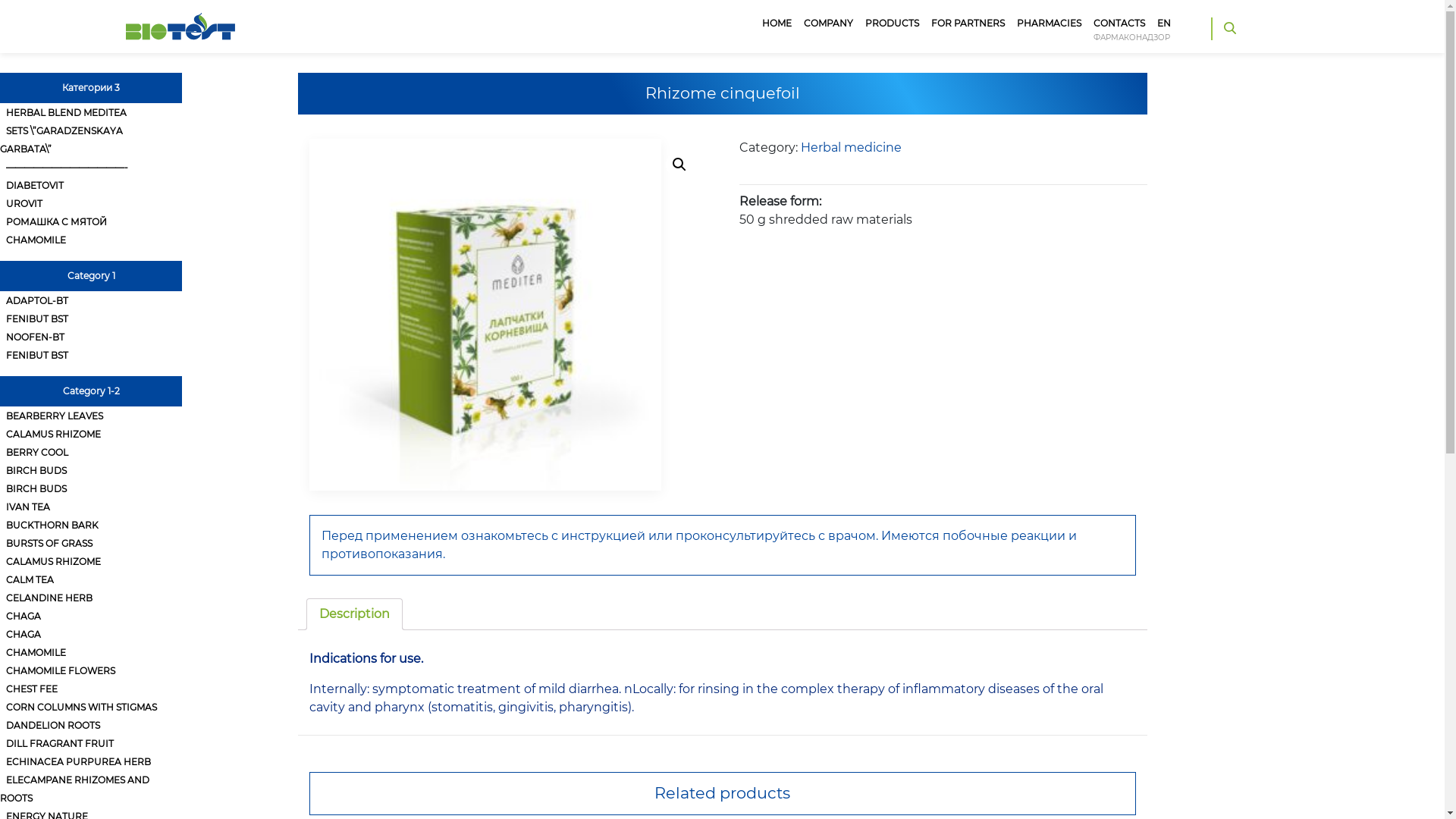 Image resolution: width=1456 pixels, height=819 pixels. I want to click on 'CONTACTS', so click(1119, 23).